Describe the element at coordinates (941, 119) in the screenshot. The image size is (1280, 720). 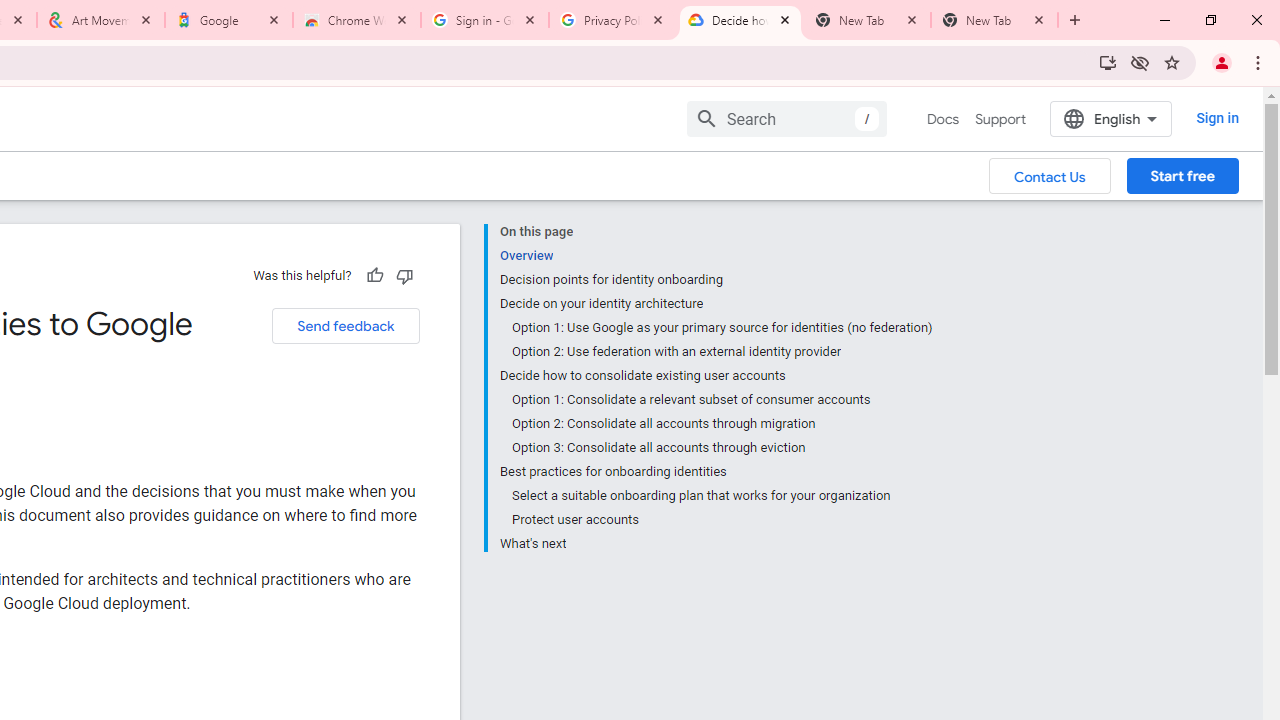
I see `'Docs, selected'` at that location.